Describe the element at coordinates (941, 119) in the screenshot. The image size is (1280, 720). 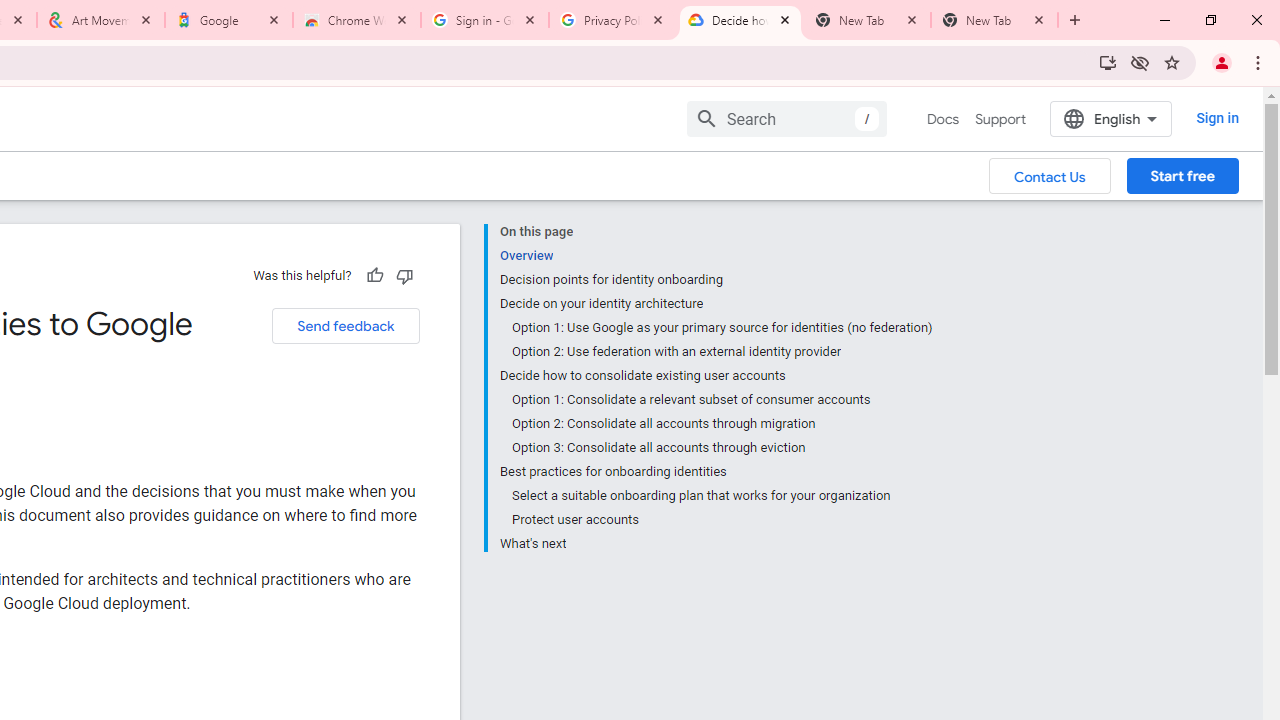
I see `'Docs, selected'` at that location.